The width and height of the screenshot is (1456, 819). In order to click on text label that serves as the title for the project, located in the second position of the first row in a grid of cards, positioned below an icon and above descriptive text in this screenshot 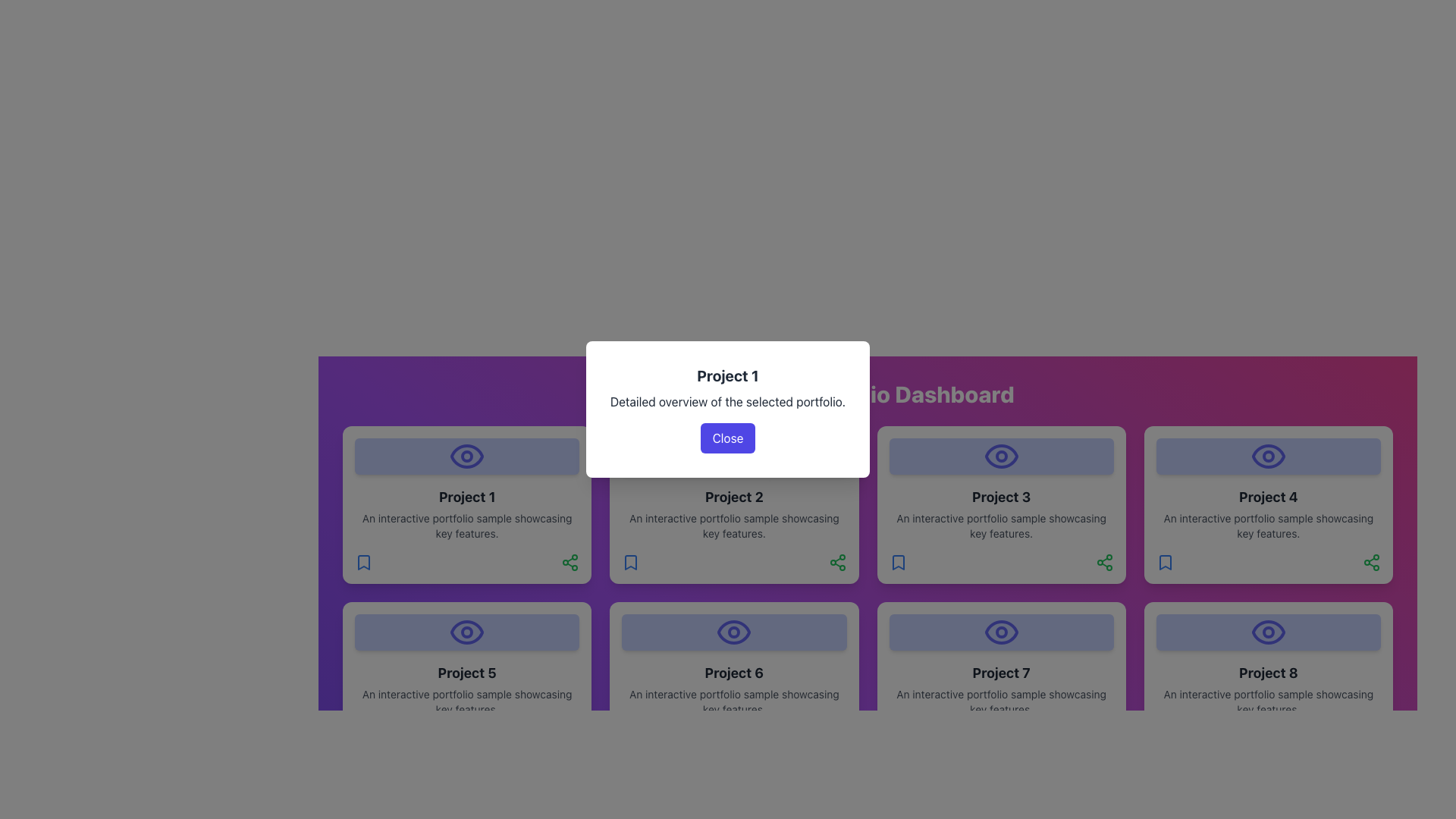, I will do `click(734, 497)`.